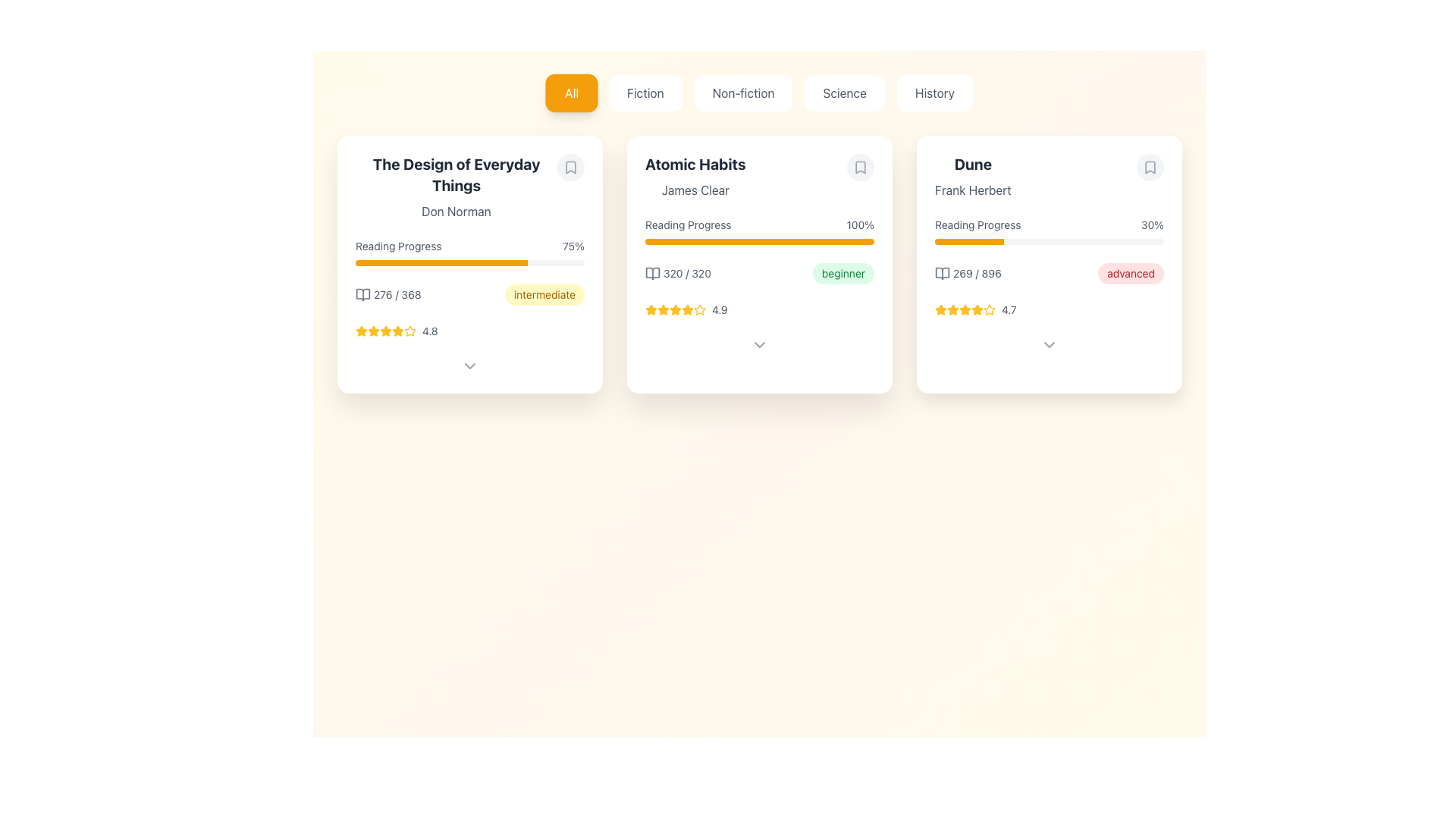  I want to click on the 'advanced' difficulty label located in the bottom right corner of the 'Dune' book card, near the progress statistics '269 / 896', so click(1131, 274).